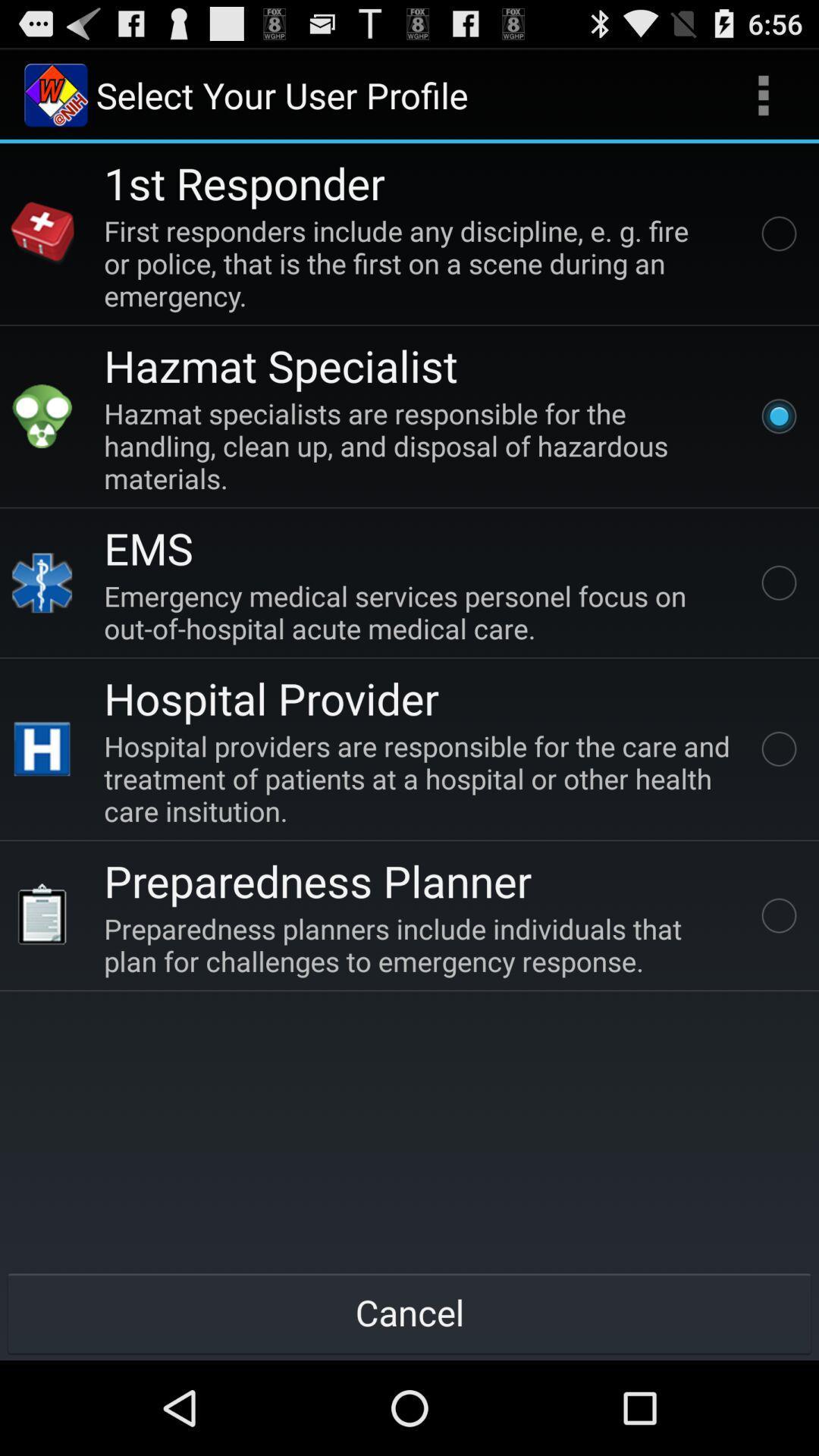  Describe the element at coordinates (420, 944) in the screenshot. I see `the preparedness planners include` at that location.